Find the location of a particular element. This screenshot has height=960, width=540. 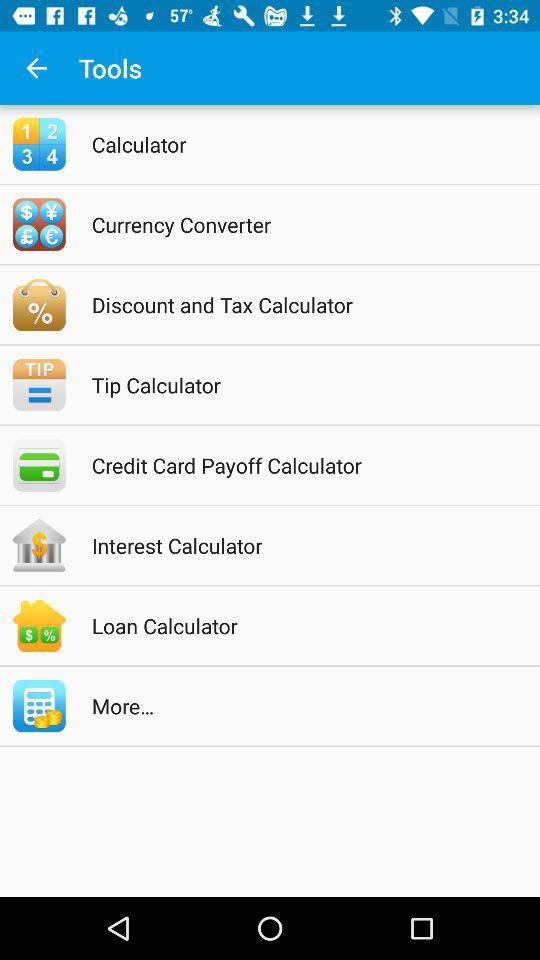

the icon next to tools app is located at coordinates (36, 68).